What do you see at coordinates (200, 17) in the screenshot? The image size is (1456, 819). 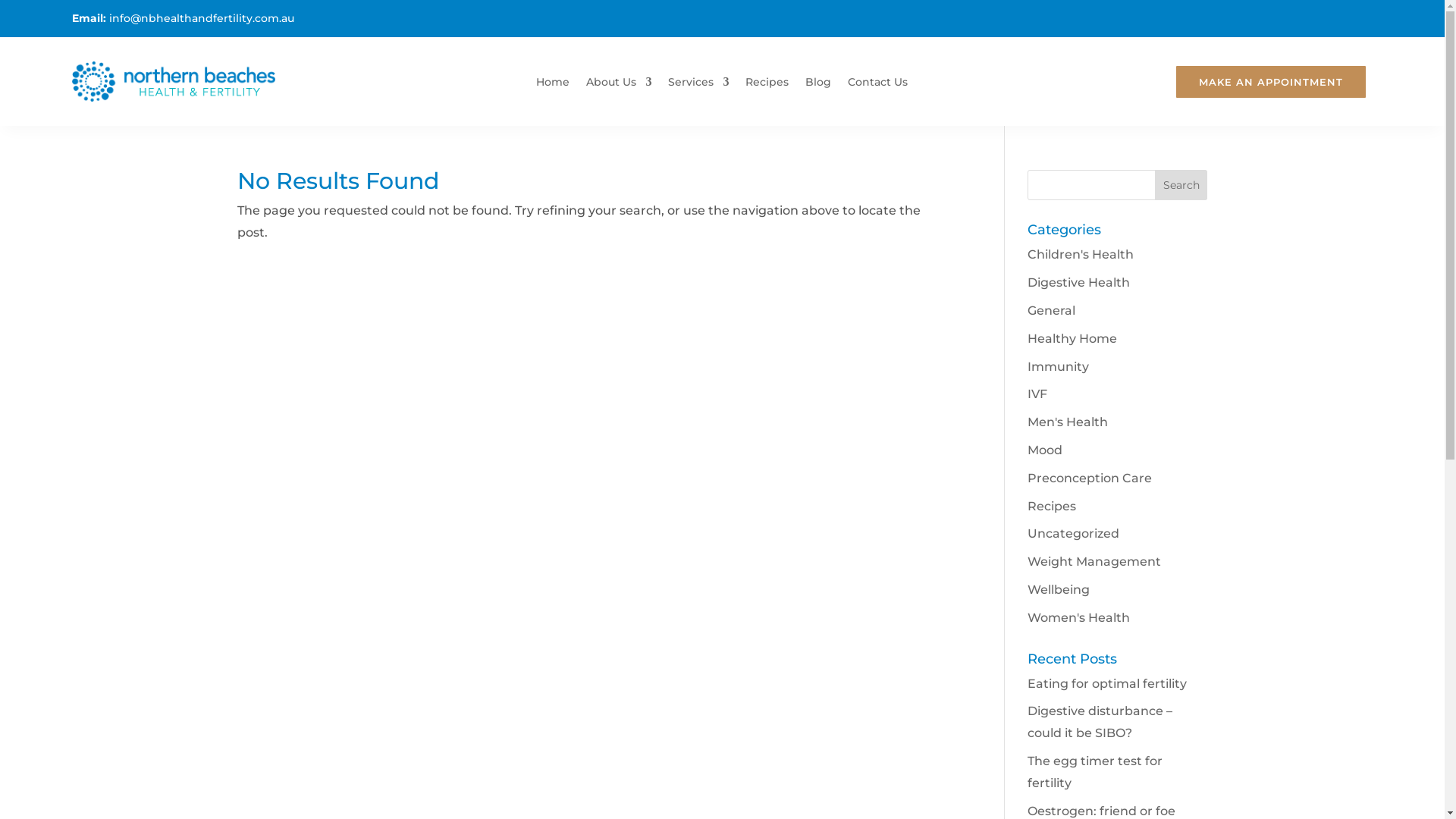 I see `'info@nbhealthandfertility.com.au'` at bounding box center [200, 17].